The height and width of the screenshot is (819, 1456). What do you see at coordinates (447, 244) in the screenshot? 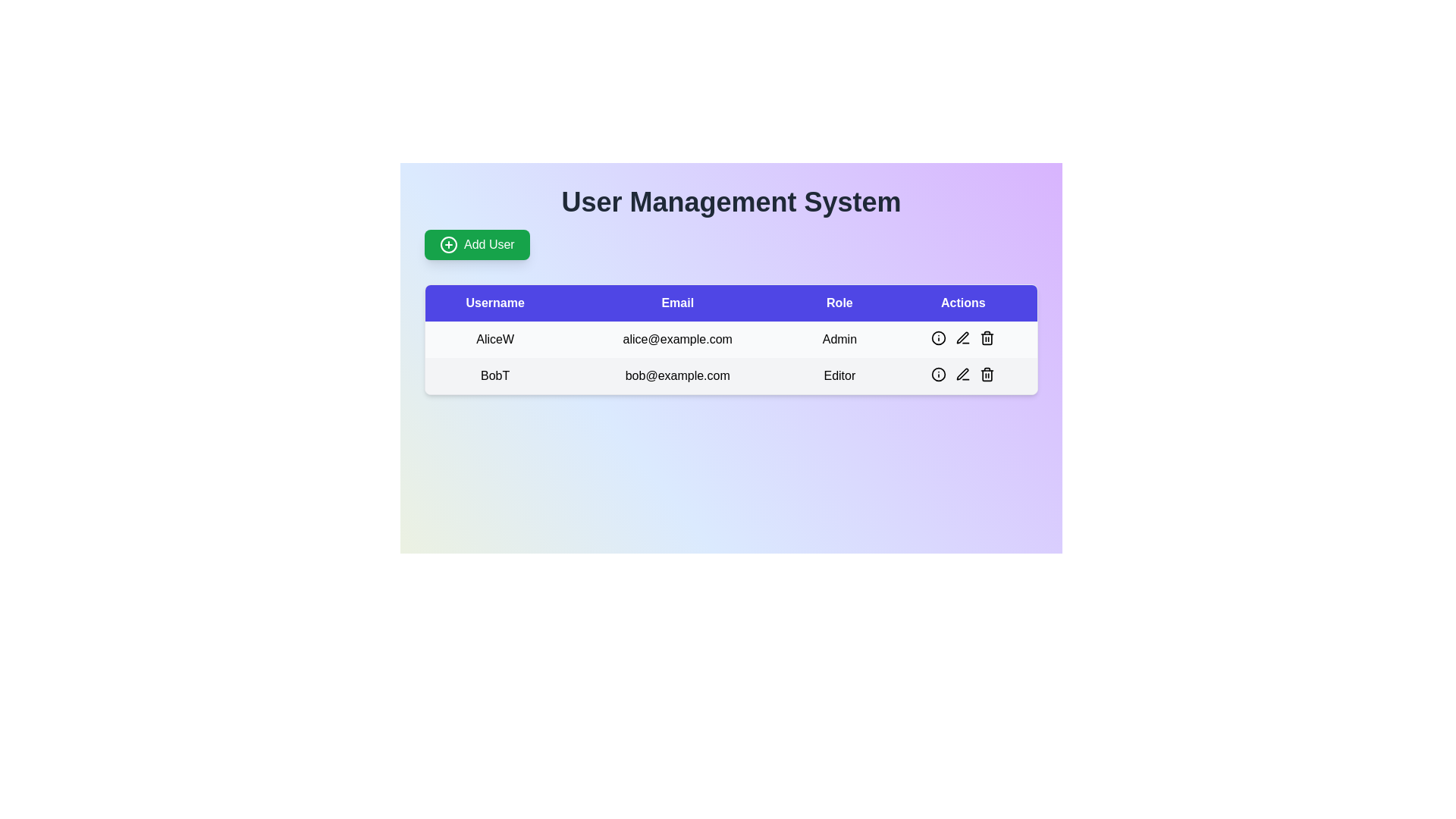
I see `the SVG icon representing a circle with a plus sign inside it` at bounding box center [447, 244].